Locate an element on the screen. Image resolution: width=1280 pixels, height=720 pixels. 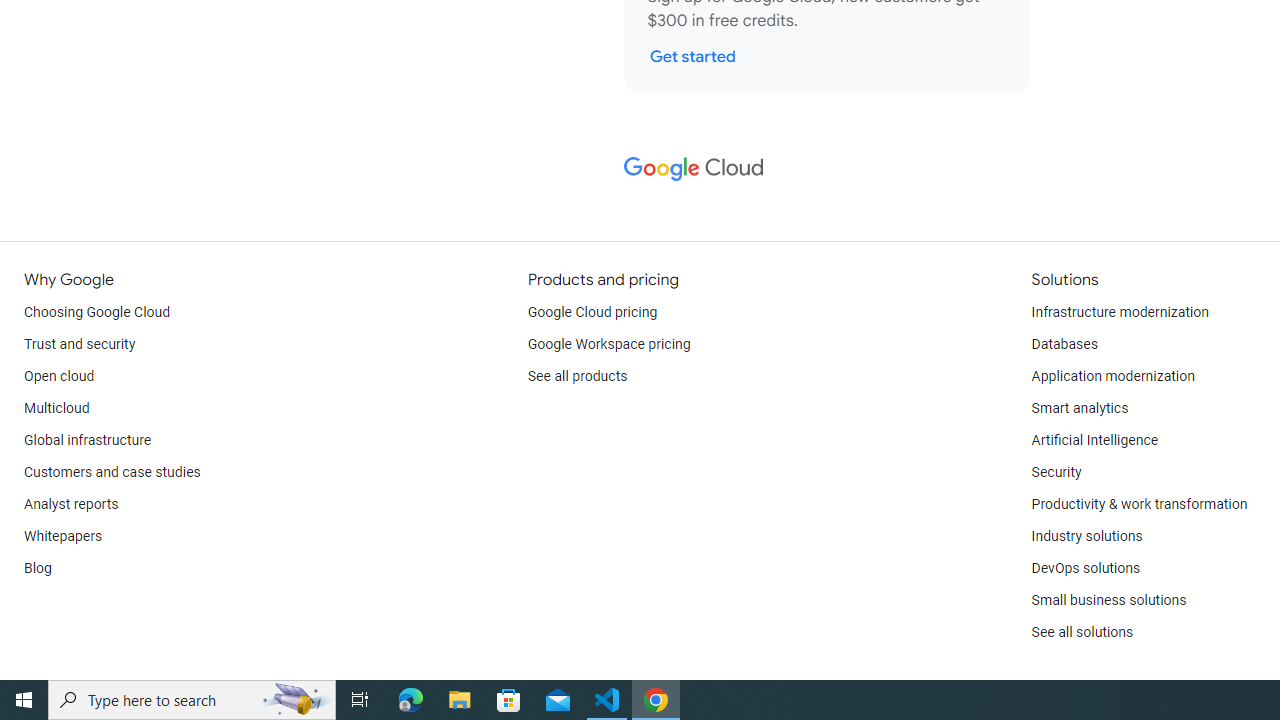
'Google Cloud' is located at coordinates (693, 167).